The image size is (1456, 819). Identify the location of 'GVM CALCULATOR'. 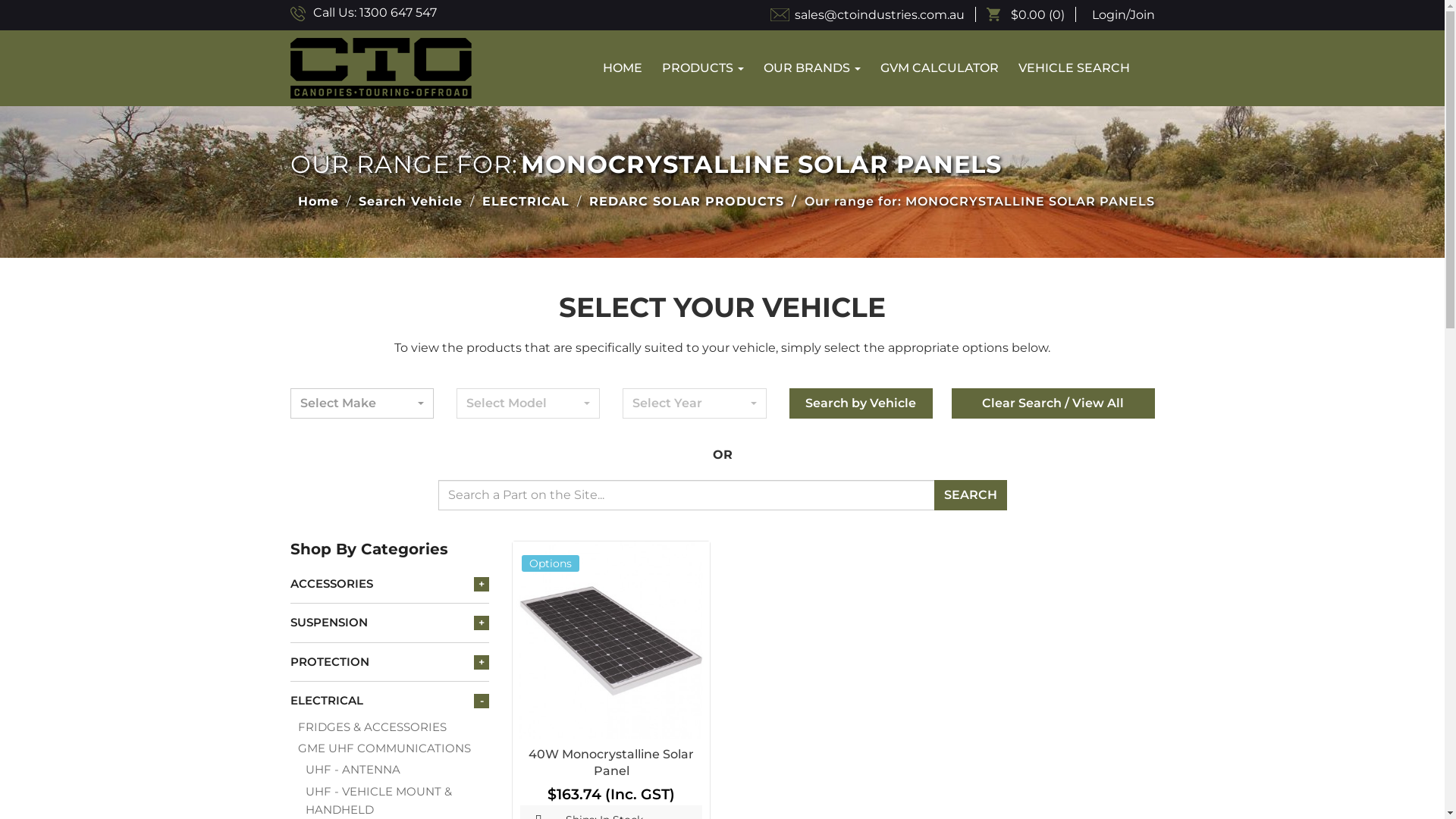
(938, 67).